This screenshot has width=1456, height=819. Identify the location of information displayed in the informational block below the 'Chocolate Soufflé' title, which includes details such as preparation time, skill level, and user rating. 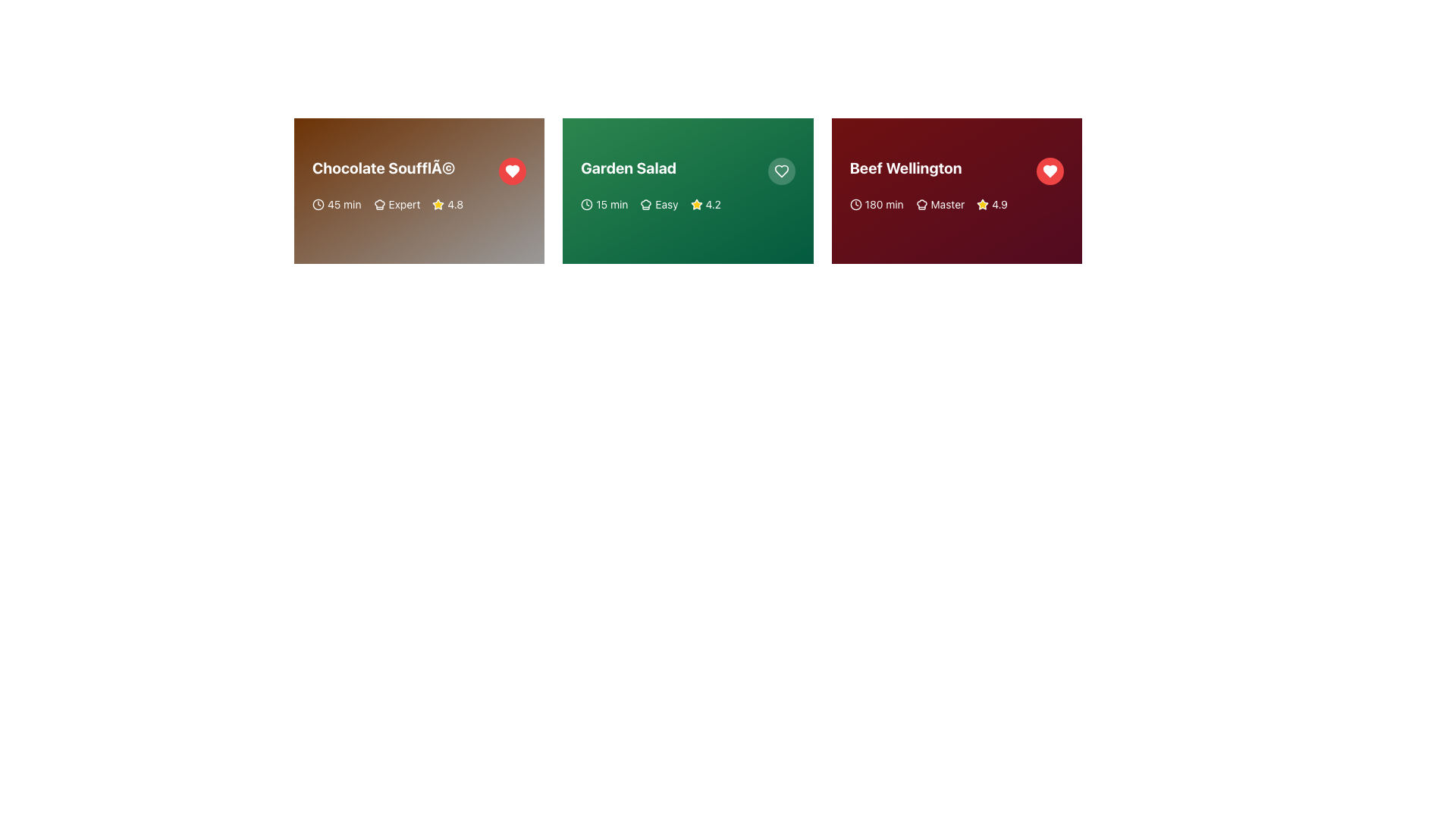
(419, 205).